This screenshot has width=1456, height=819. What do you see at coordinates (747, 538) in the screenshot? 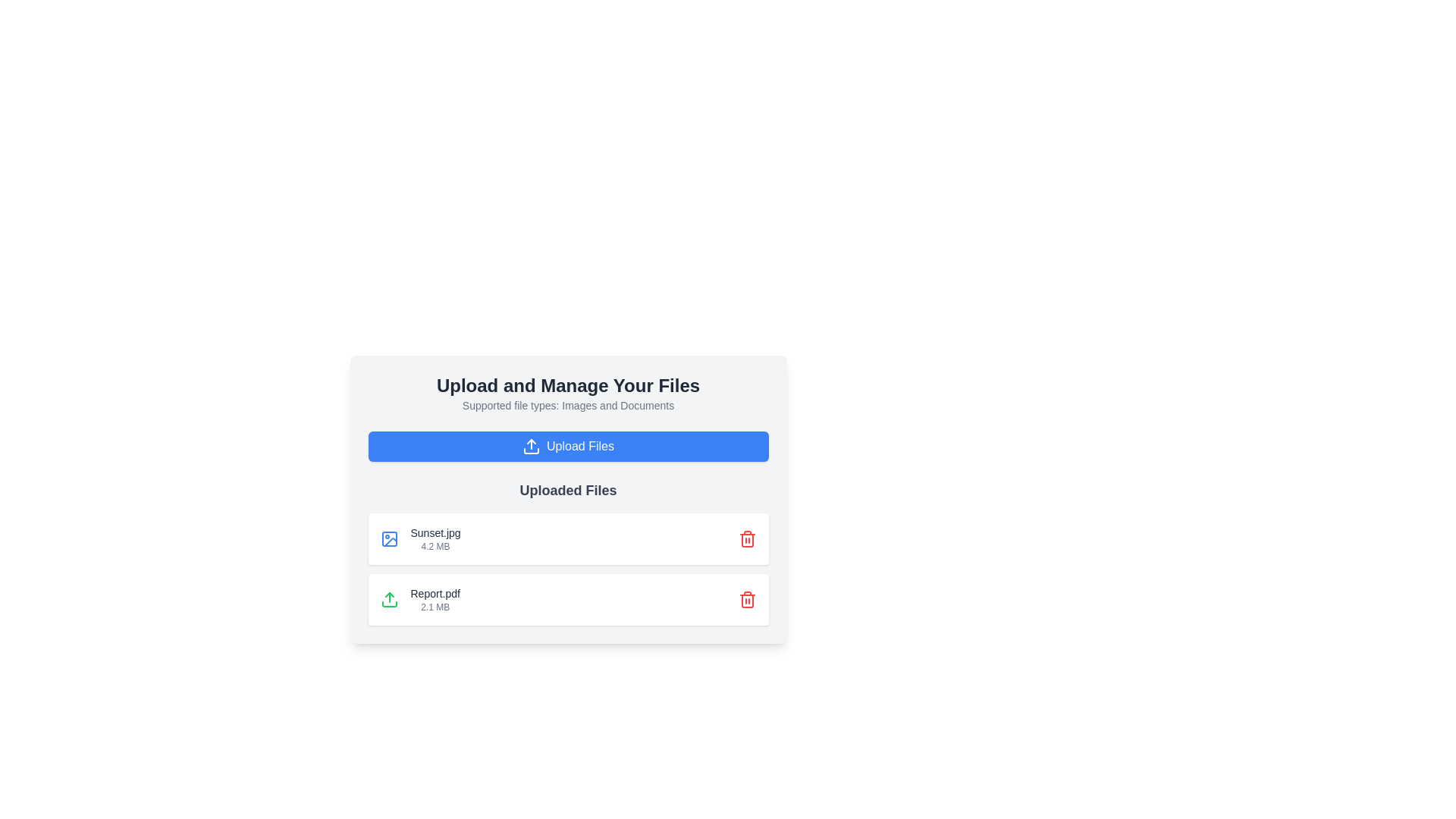
I see `the delete button located at the upper-right section of the card displaying the file 'Sunset.jpg'` at bounding box center [747, 538].